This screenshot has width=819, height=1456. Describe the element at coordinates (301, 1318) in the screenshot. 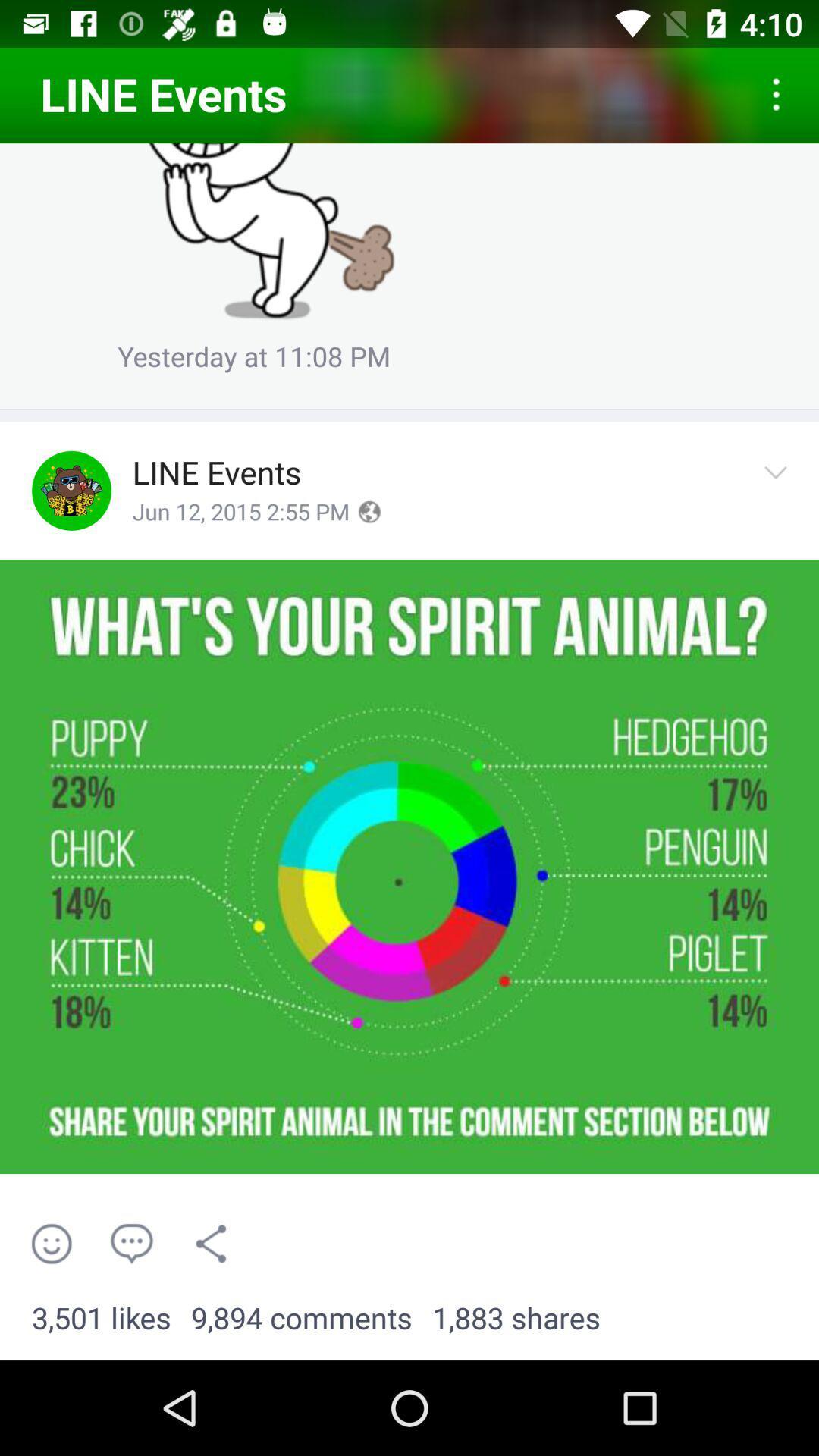

I see `item next to the 3,501 likes` at that location.